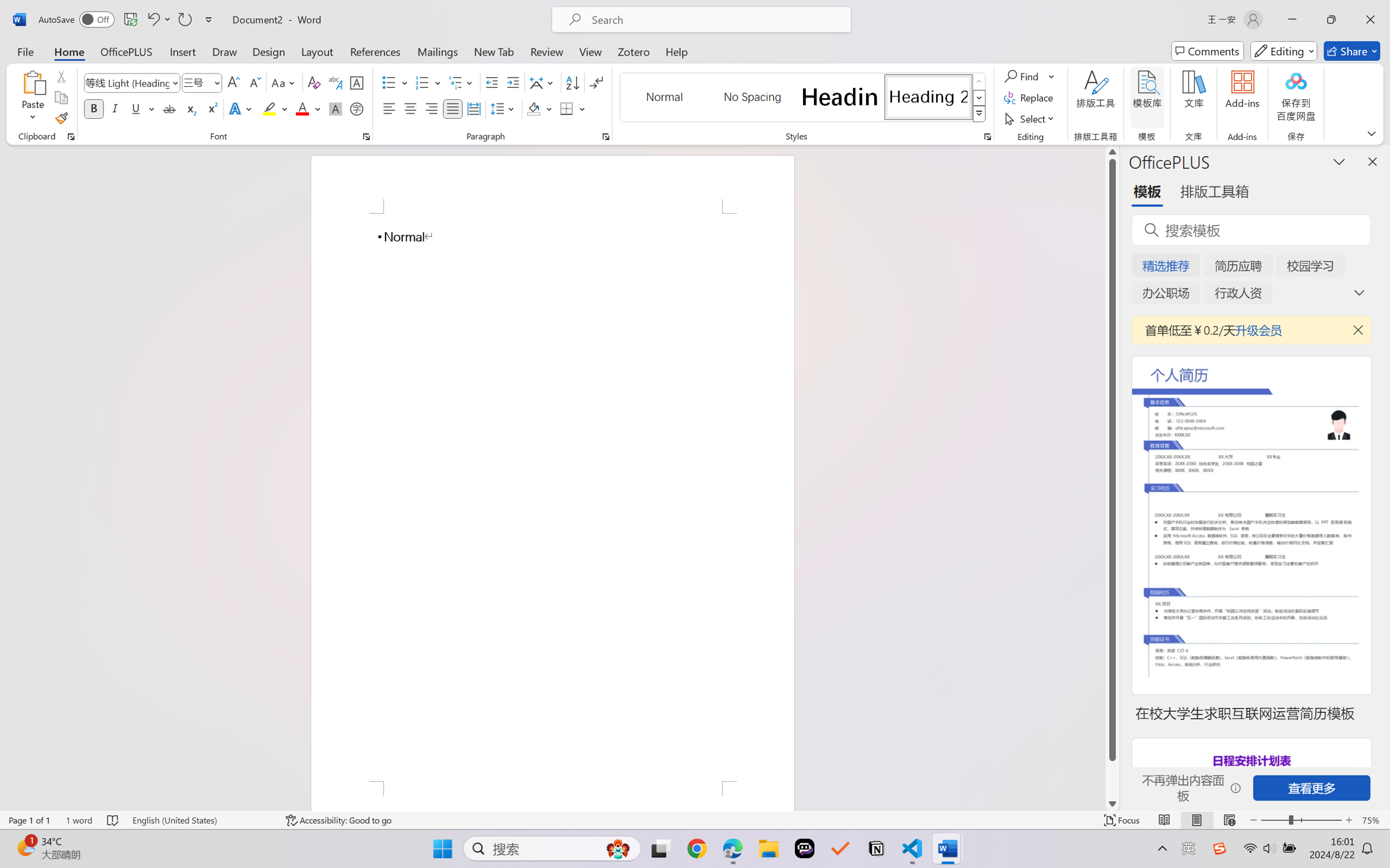  Describe the element at coordinates (493, 51) in the screenshot. I see `'New Tab'` at that location.